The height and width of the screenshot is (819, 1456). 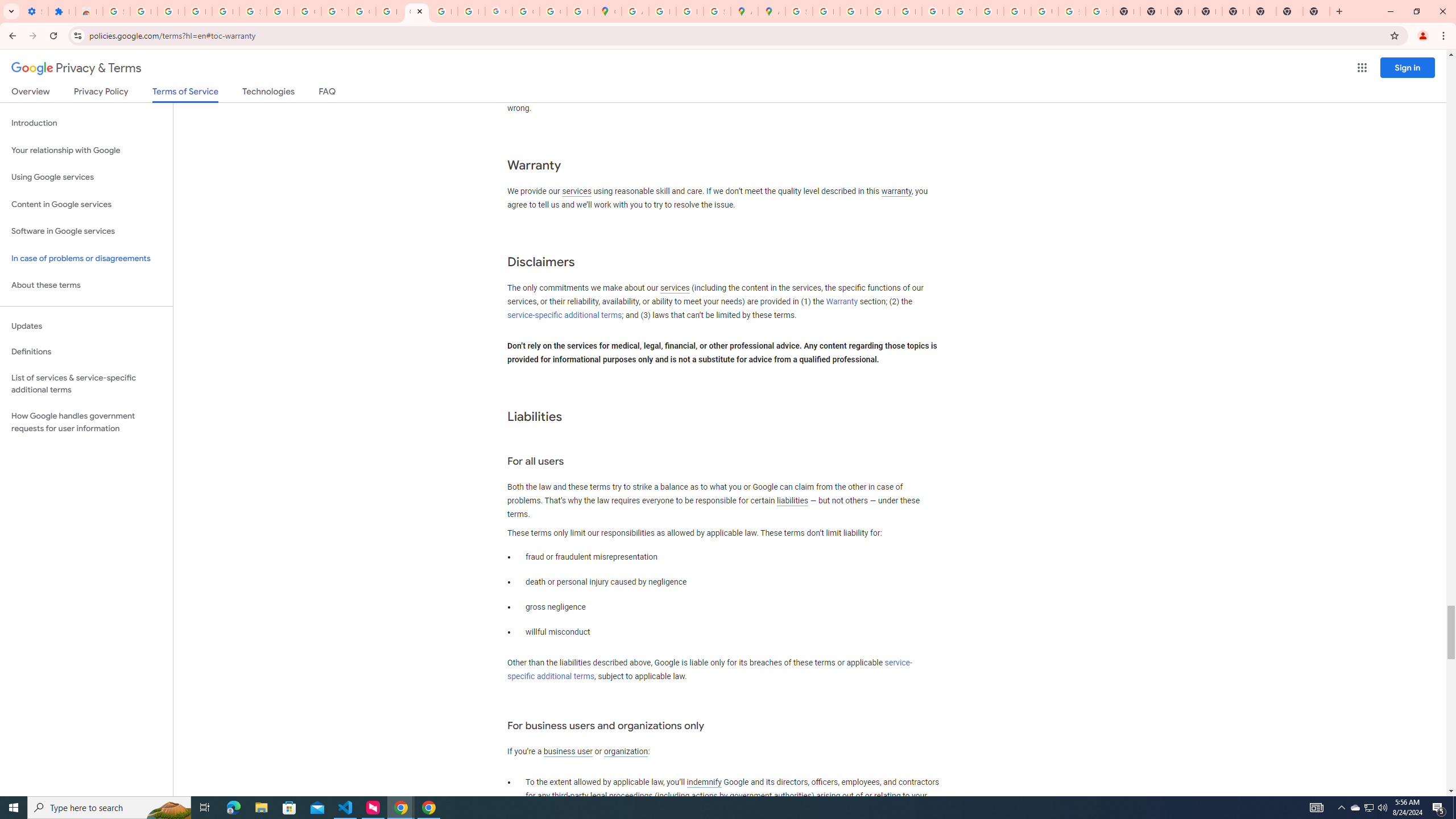 I want to click on 'organization', so click(x=624, y=751).